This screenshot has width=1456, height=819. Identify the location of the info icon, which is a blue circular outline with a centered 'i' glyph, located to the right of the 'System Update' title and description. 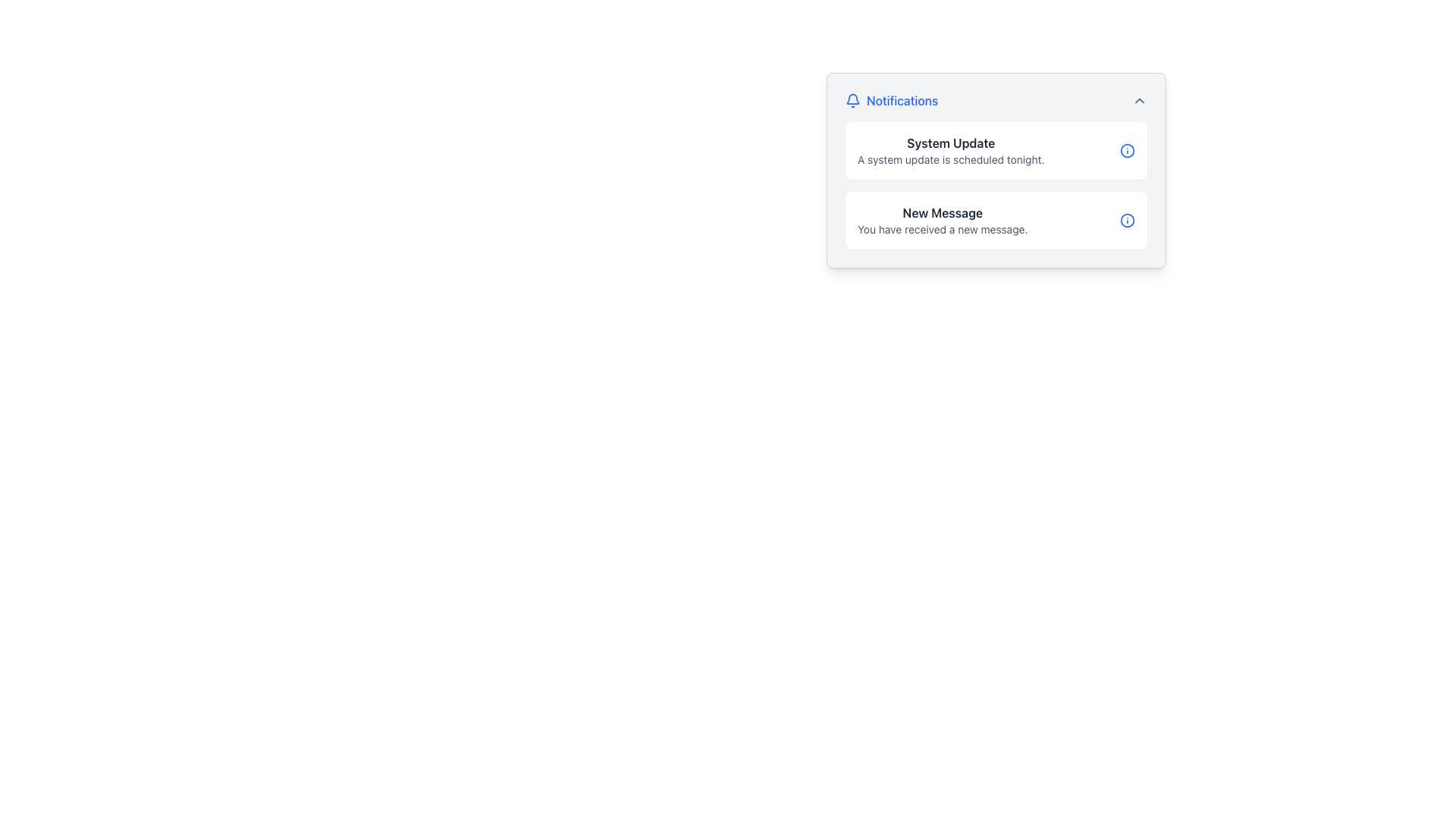
(1128, 151).